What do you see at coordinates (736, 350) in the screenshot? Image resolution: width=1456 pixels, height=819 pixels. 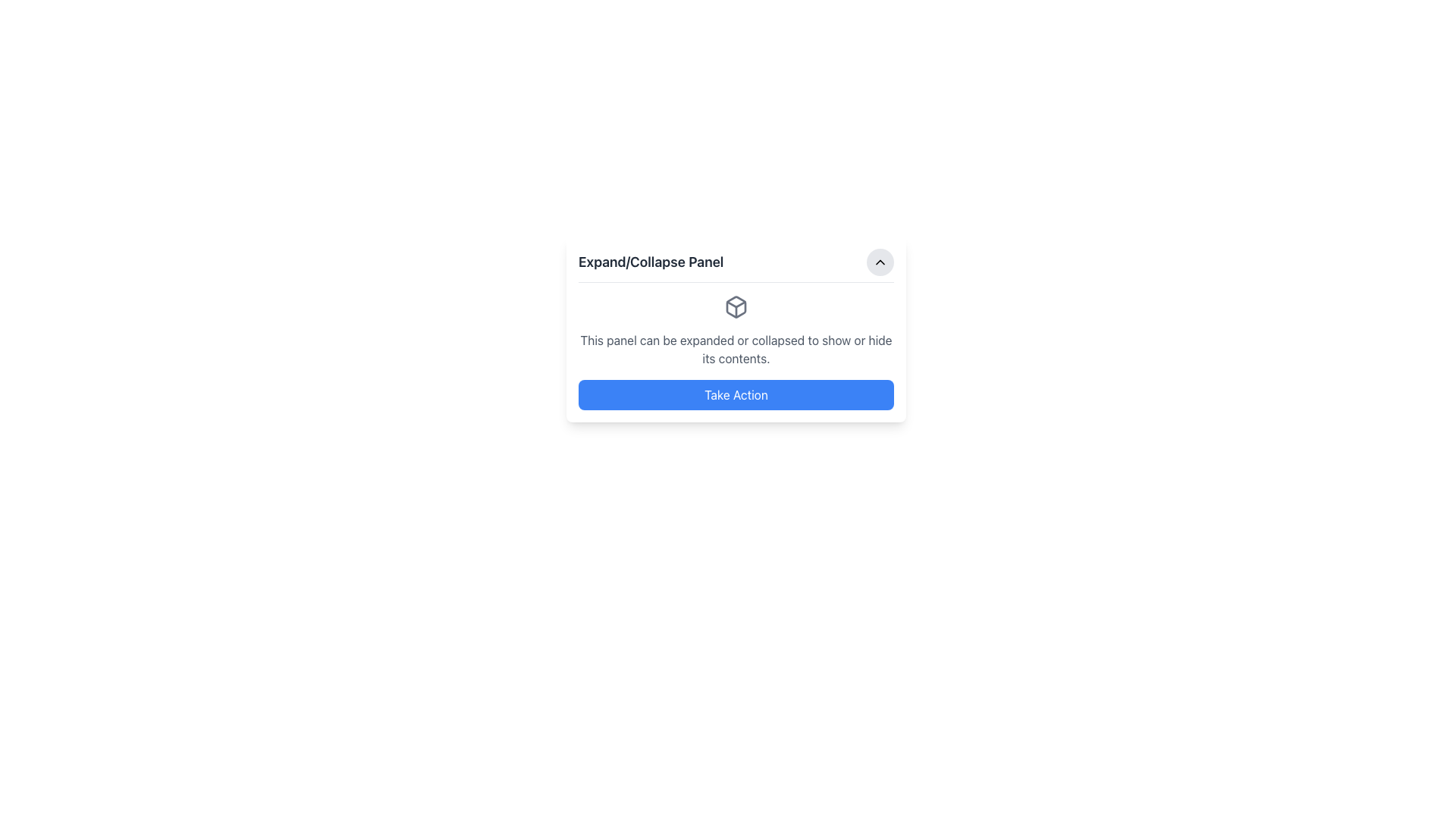 I see `the static text description that indicates the expandable and collapsible nature of the surrounding panel, located below the box-like icon and above the 'Take Action' button` at bounding box center [736, 350].